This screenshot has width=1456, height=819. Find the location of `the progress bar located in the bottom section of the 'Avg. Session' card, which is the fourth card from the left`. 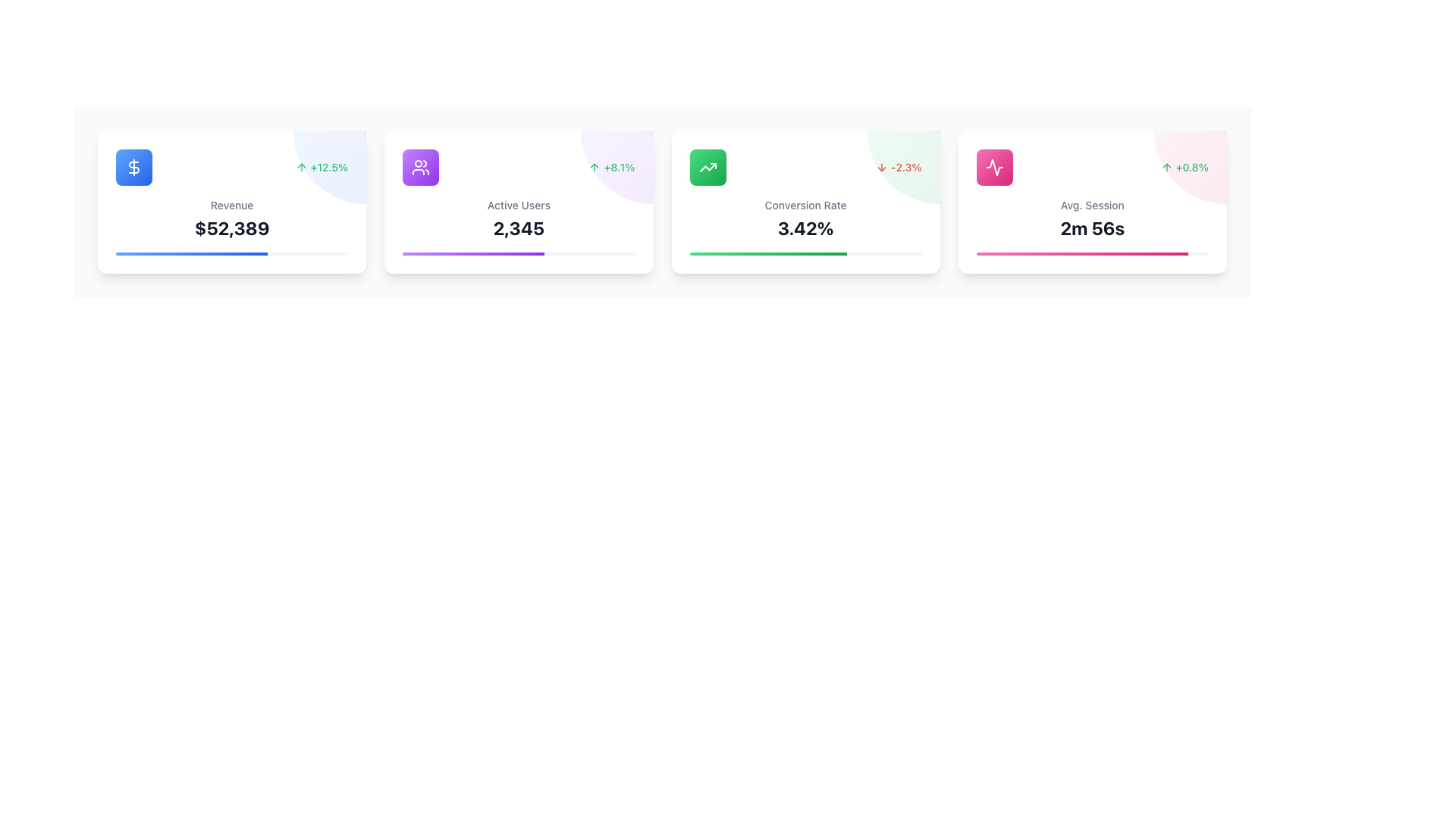

the progress bar located in the bottom section of the 'Avg. Session' card, which is the fourth card from the left is located at coordinates (1092, 253).